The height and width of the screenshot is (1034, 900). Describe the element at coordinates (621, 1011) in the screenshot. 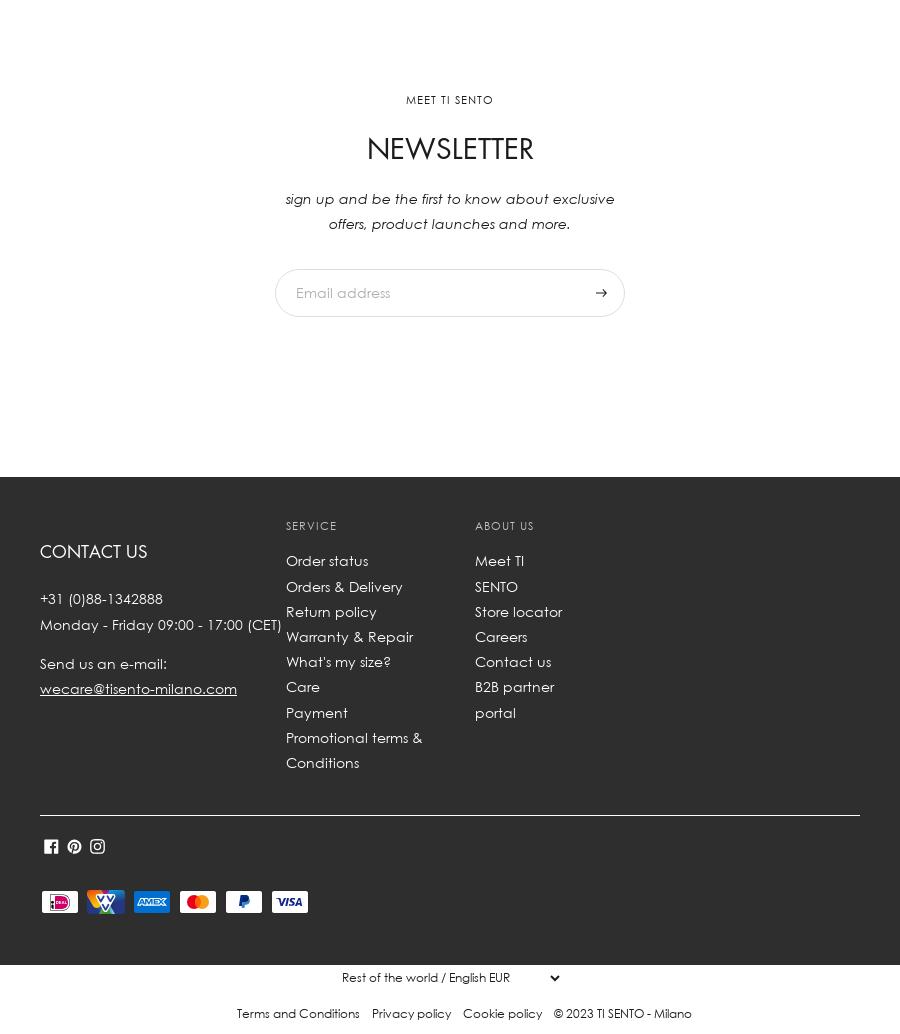

I see `'© 2023 TI SENTO - Milano'` at that location.